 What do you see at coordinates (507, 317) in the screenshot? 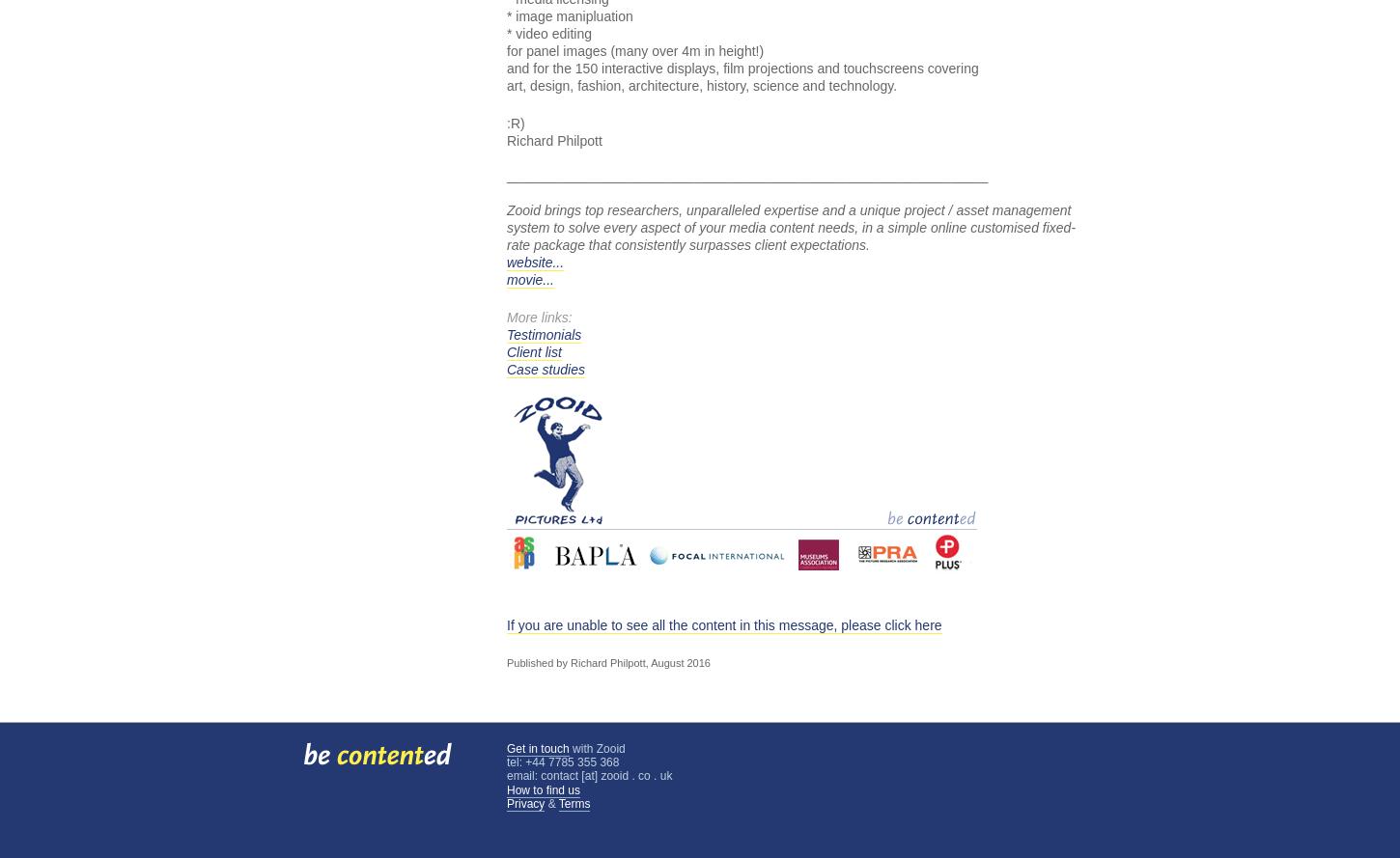
I see `'More links:'` at bounding box center [507, 317].